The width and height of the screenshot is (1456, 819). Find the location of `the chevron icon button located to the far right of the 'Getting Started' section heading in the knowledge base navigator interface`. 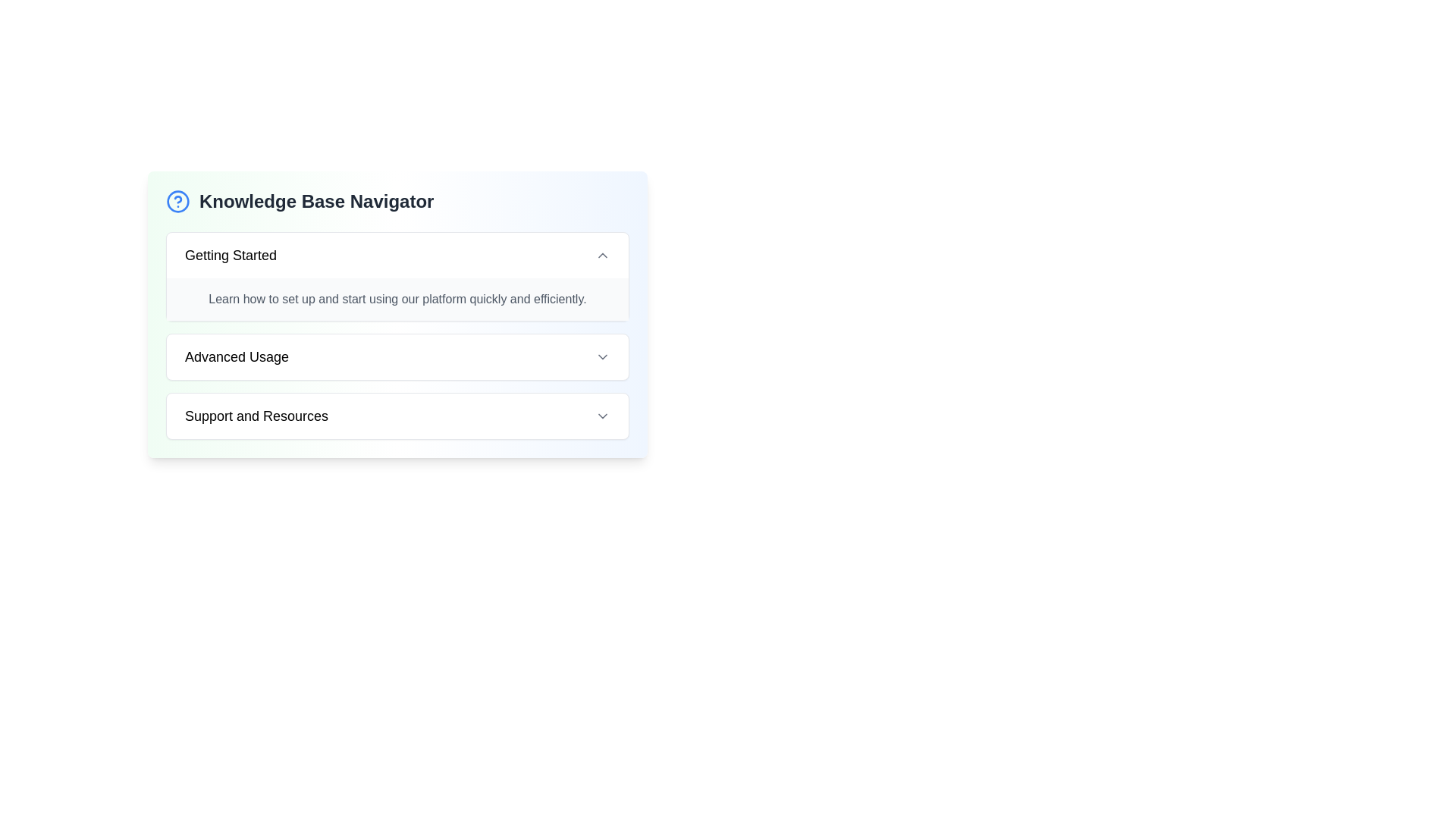

the chevron icon button located to the far right of the 'Getting Started' section heading in the knowledge base navigator interface is located at coordinates (602, 254).